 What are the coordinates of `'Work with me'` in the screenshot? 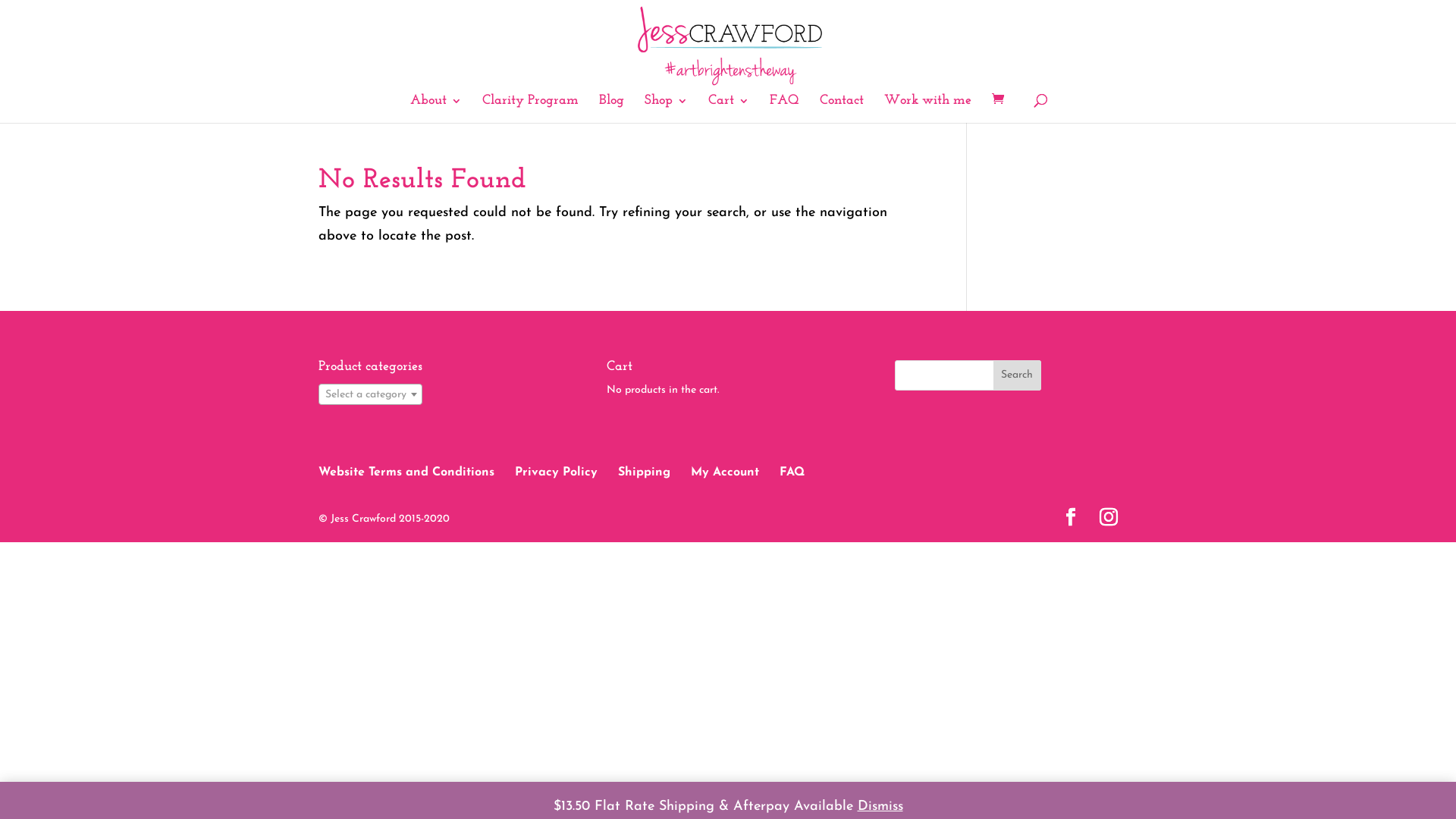 It's located at (927, 108).